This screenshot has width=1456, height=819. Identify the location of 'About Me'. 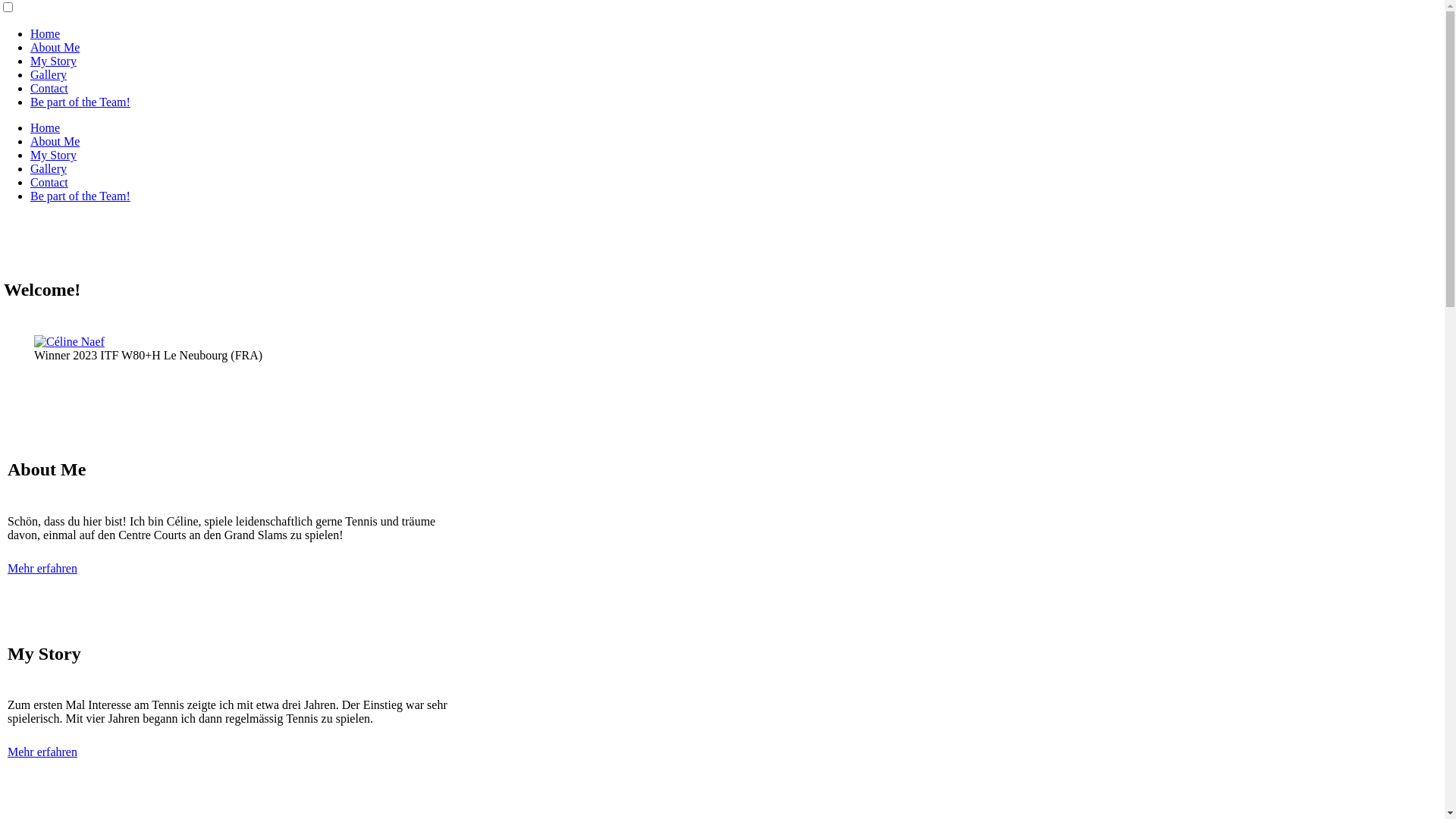
(55, 141).